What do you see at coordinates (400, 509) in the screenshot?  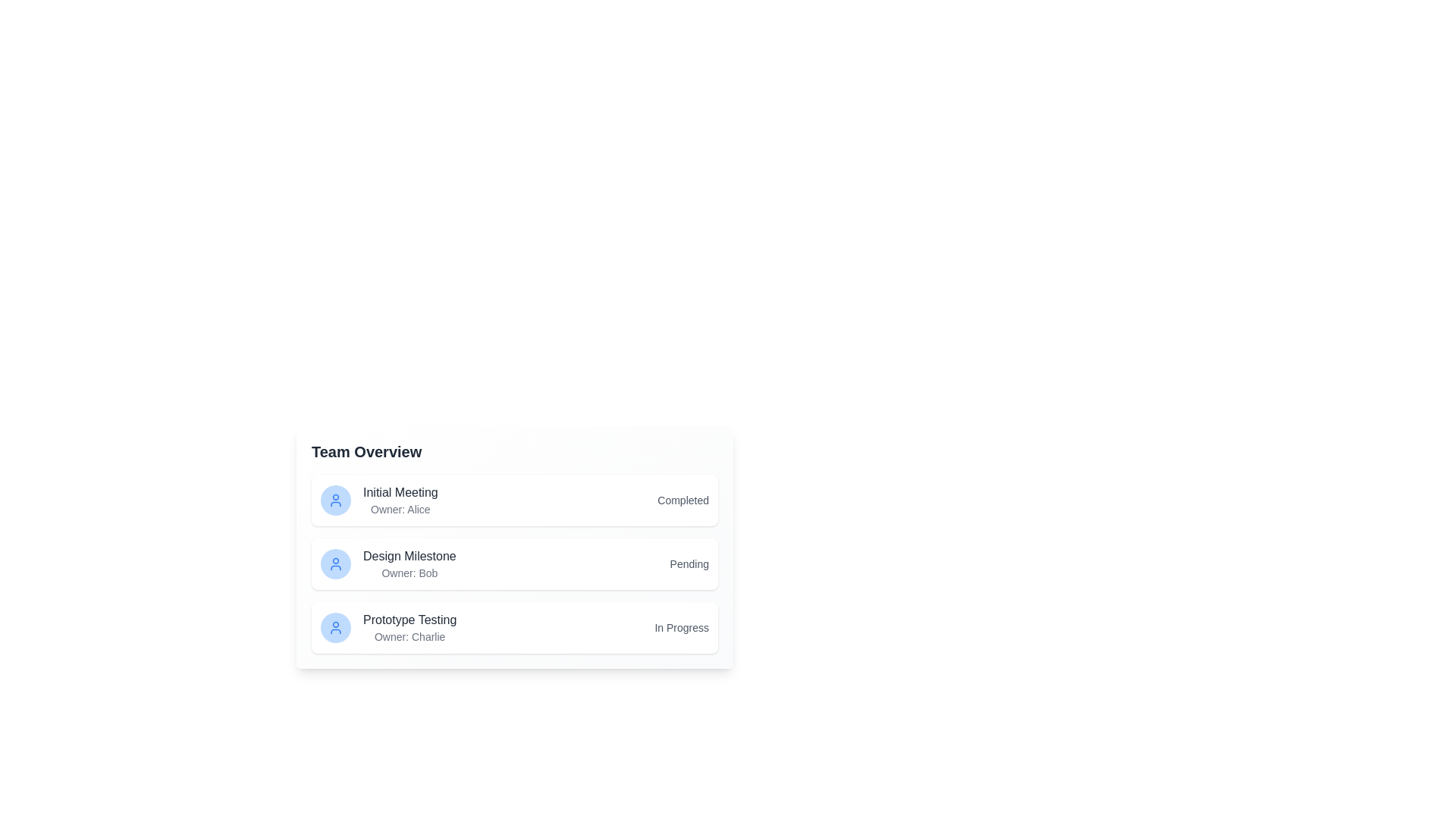 I see `the text label that reads 'Owner: Alice', which is styled in gray and positioned below the 'Initial Meeting' header` at bounding box center [400, 509].